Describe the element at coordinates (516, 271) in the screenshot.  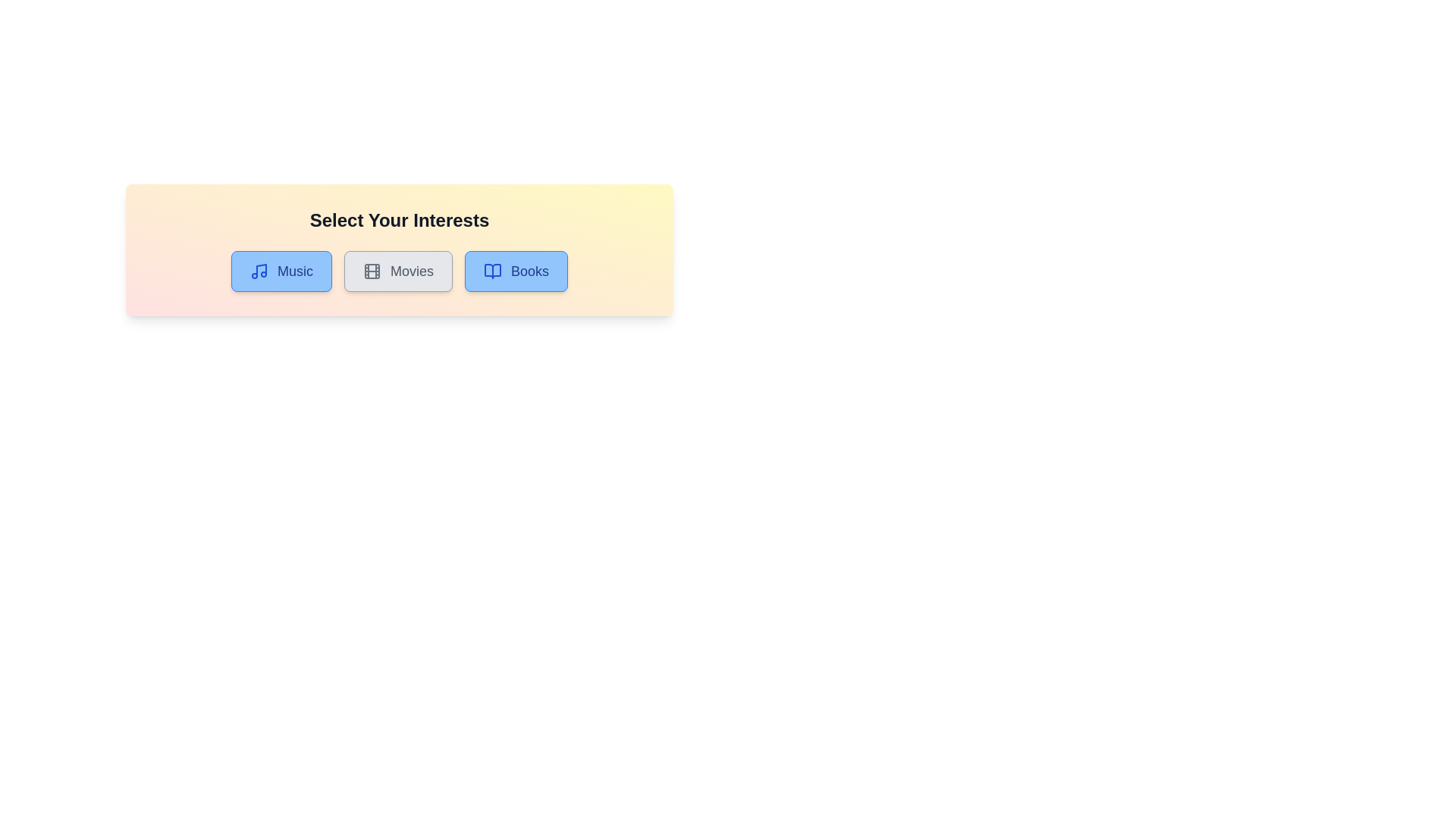
I see `the interest Books by clicking its button` at that location.